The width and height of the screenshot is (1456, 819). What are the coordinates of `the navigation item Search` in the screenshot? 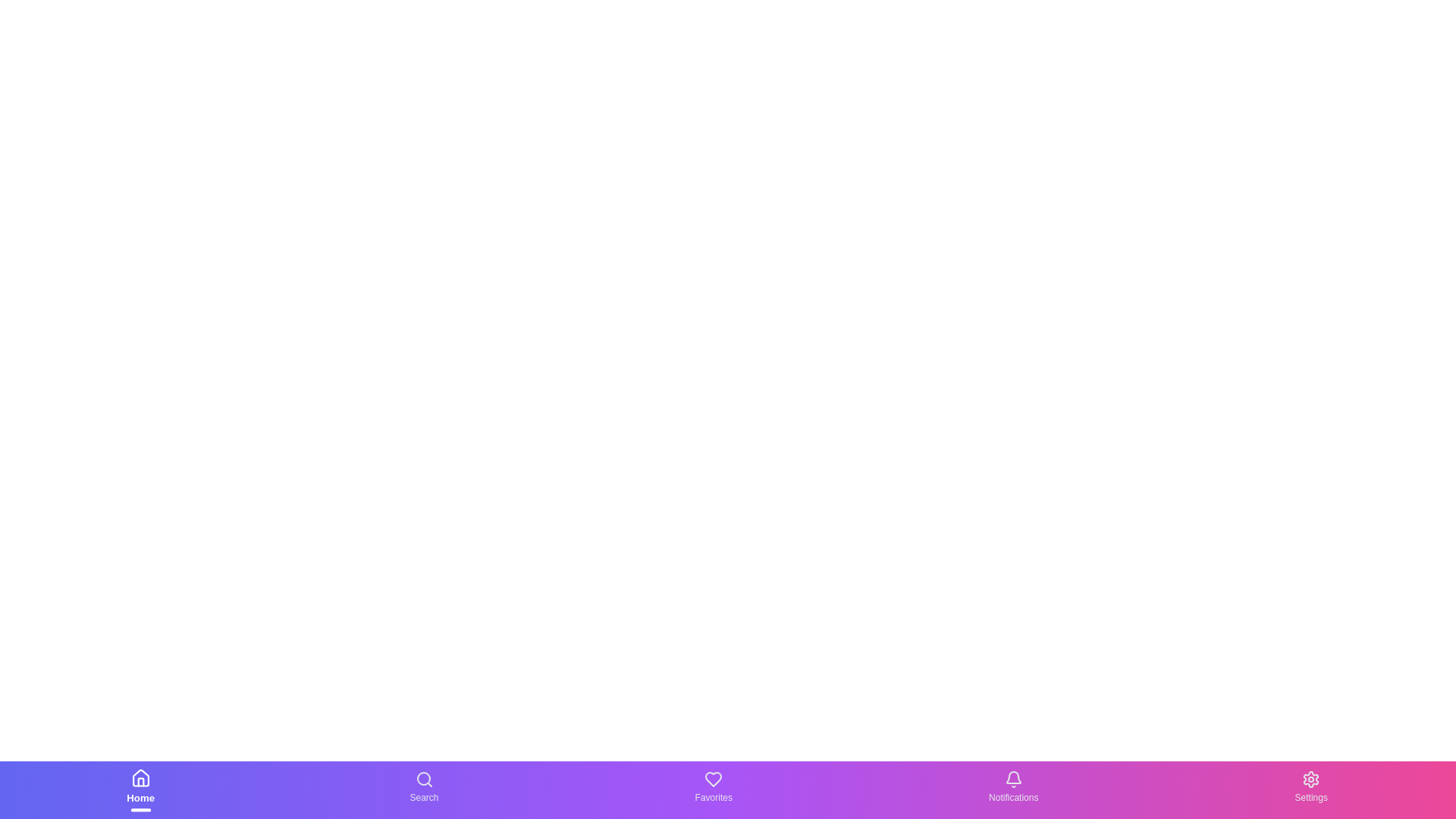 It's located at (423, 789).